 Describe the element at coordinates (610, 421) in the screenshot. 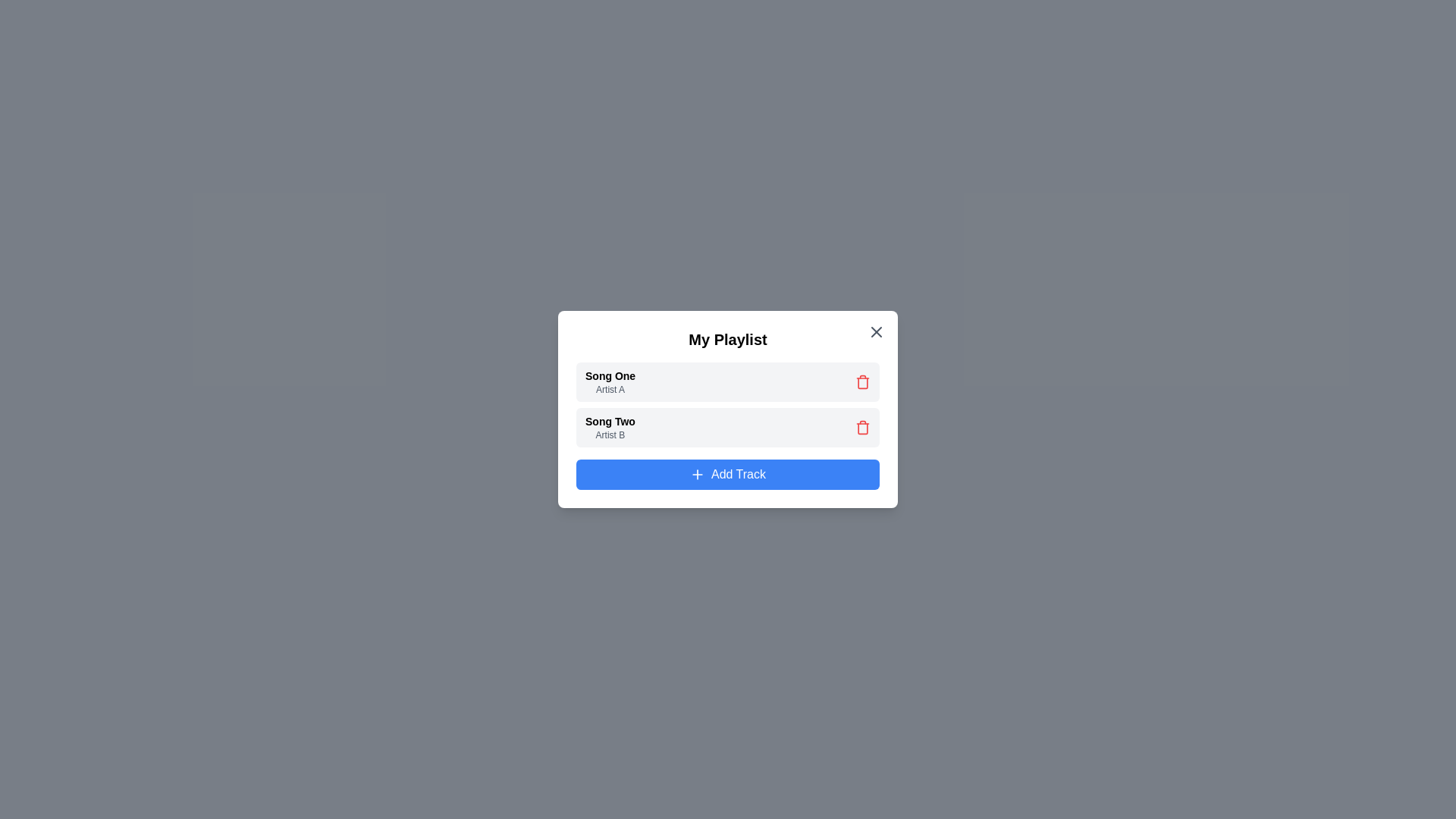

I see `the text label displaying 'Song Two', which is styled in a smaller bold font and positioned above 'Artist B' in the playlist section` at that location.